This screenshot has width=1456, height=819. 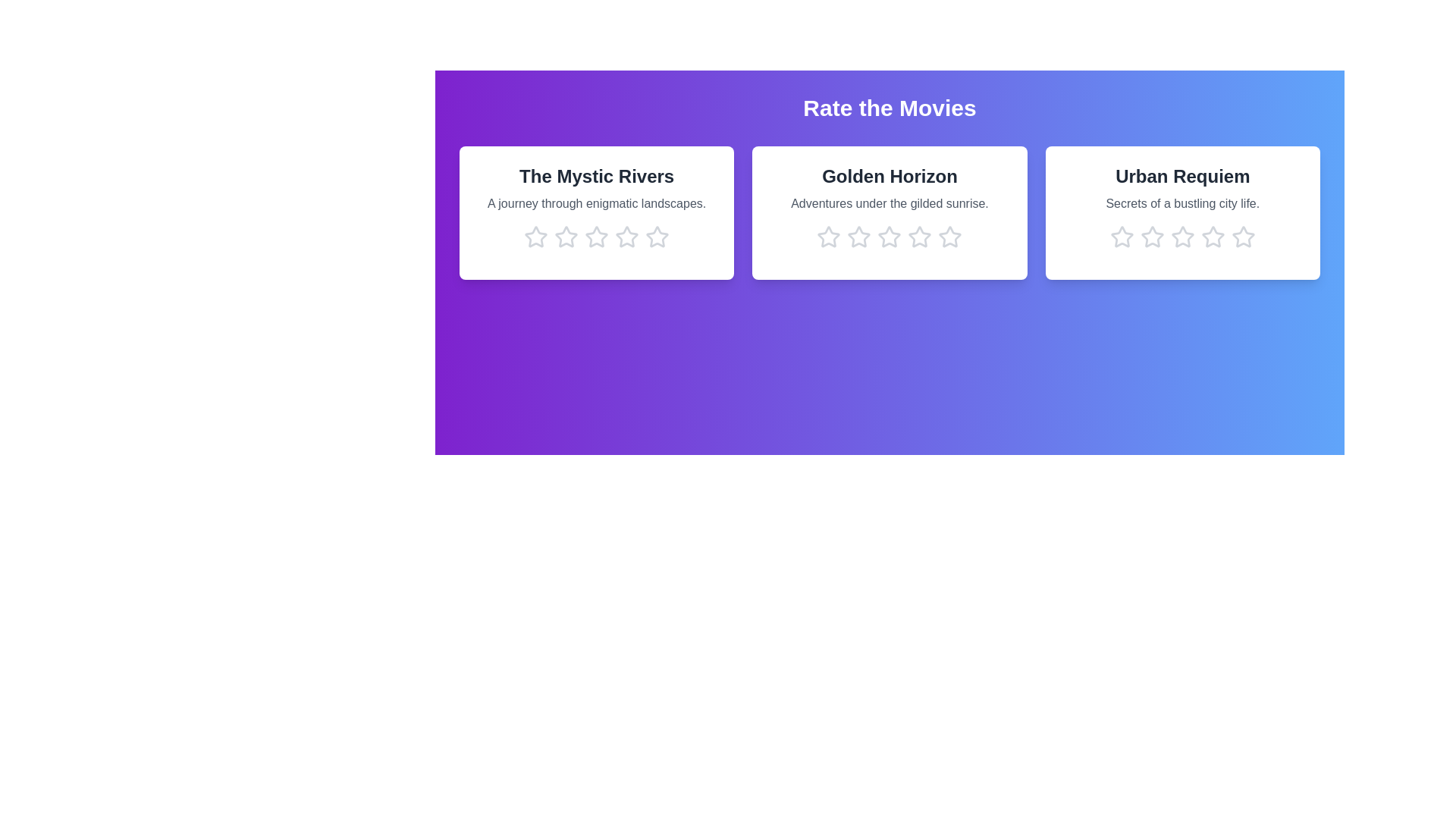 What do you see at coordinates (536, 237) in the screenshot?
I see `the star corresponding to 1 stars in the movie card titled 'The Mystic Rivers'` at bounding box center [536, 237].